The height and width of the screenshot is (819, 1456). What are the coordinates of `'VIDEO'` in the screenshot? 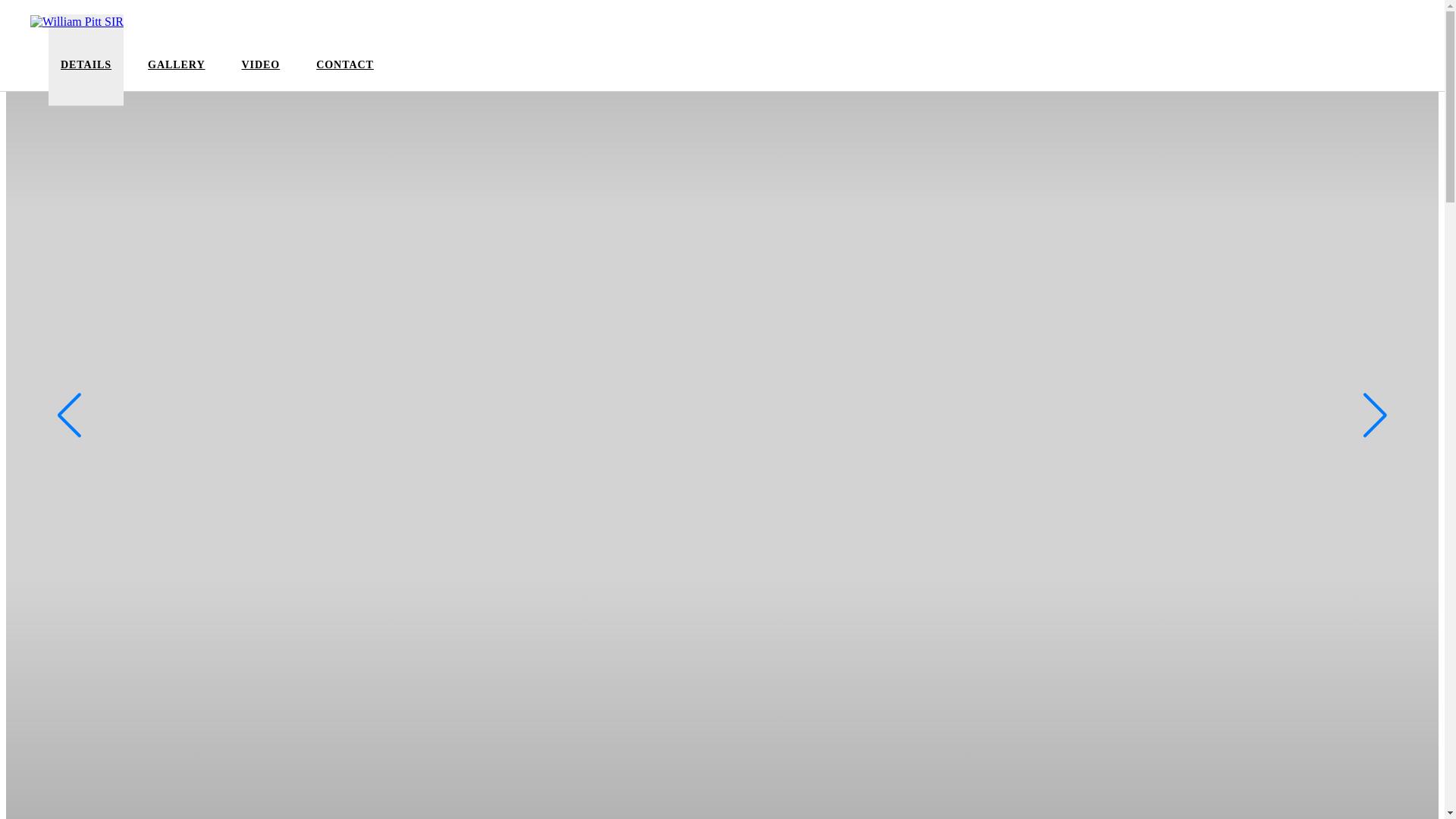 It's located at (240, 74).